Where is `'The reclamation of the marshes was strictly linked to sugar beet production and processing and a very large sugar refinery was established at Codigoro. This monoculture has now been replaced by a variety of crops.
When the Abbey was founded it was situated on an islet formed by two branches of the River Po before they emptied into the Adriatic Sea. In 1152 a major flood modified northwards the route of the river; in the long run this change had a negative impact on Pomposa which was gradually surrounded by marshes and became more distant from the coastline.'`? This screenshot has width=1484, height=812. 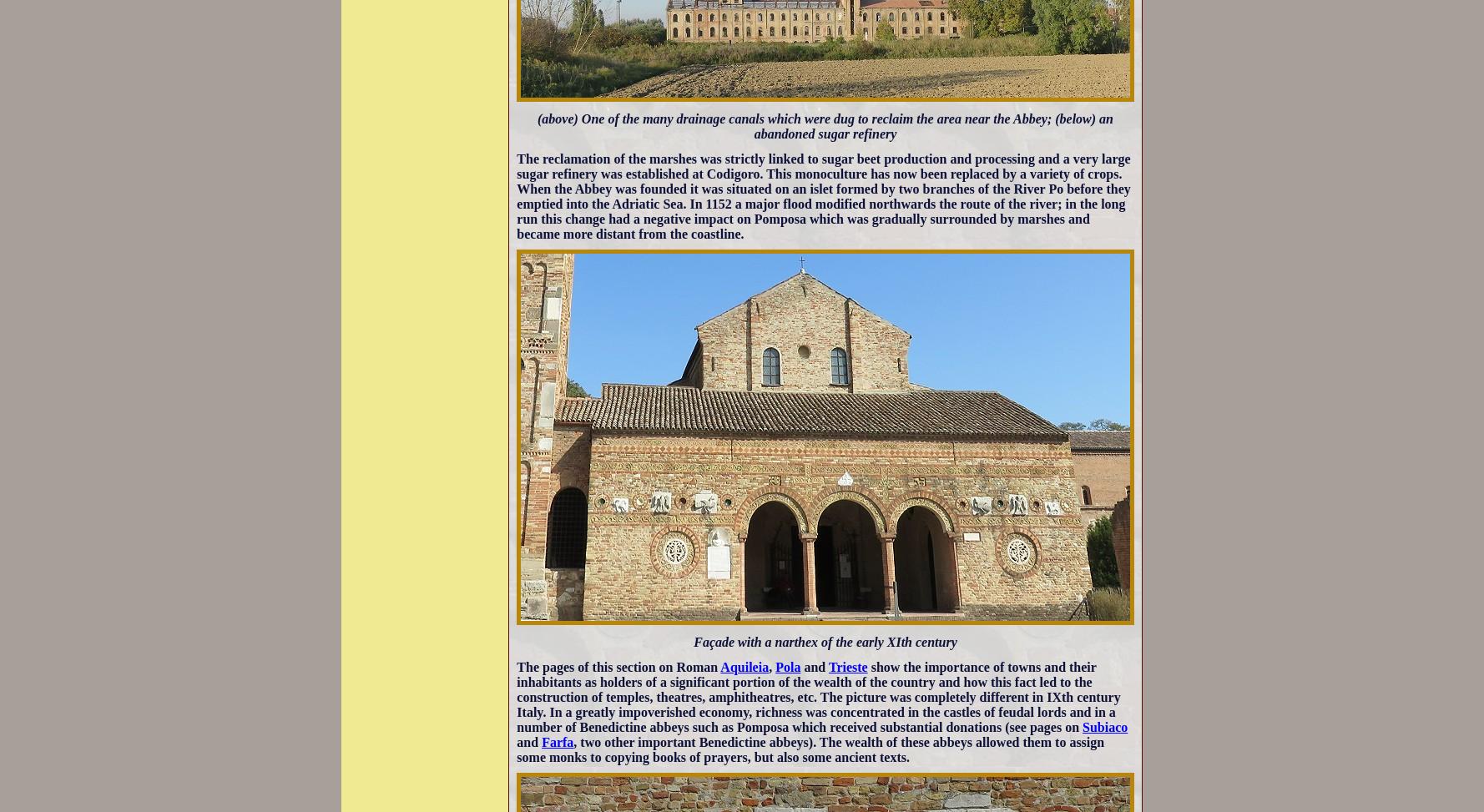
'The reclamation of the marshes was strictly linked to sugar beet production and processing and a very large sugar refinery was established at Codigoro. This monoculture has now been replaced by a variety of crops.
When the Abbey was founded it was situated on an islet formed by two branches of the River Po before they emptied into the Adriatic Sea. In 1152 a major flood modified northwards the route of the river; in the long run this change had a negative impact on Pomposa which was gradually surrounded by marshes and became more distant from the coastline.' is located at coordinates (822, 194).